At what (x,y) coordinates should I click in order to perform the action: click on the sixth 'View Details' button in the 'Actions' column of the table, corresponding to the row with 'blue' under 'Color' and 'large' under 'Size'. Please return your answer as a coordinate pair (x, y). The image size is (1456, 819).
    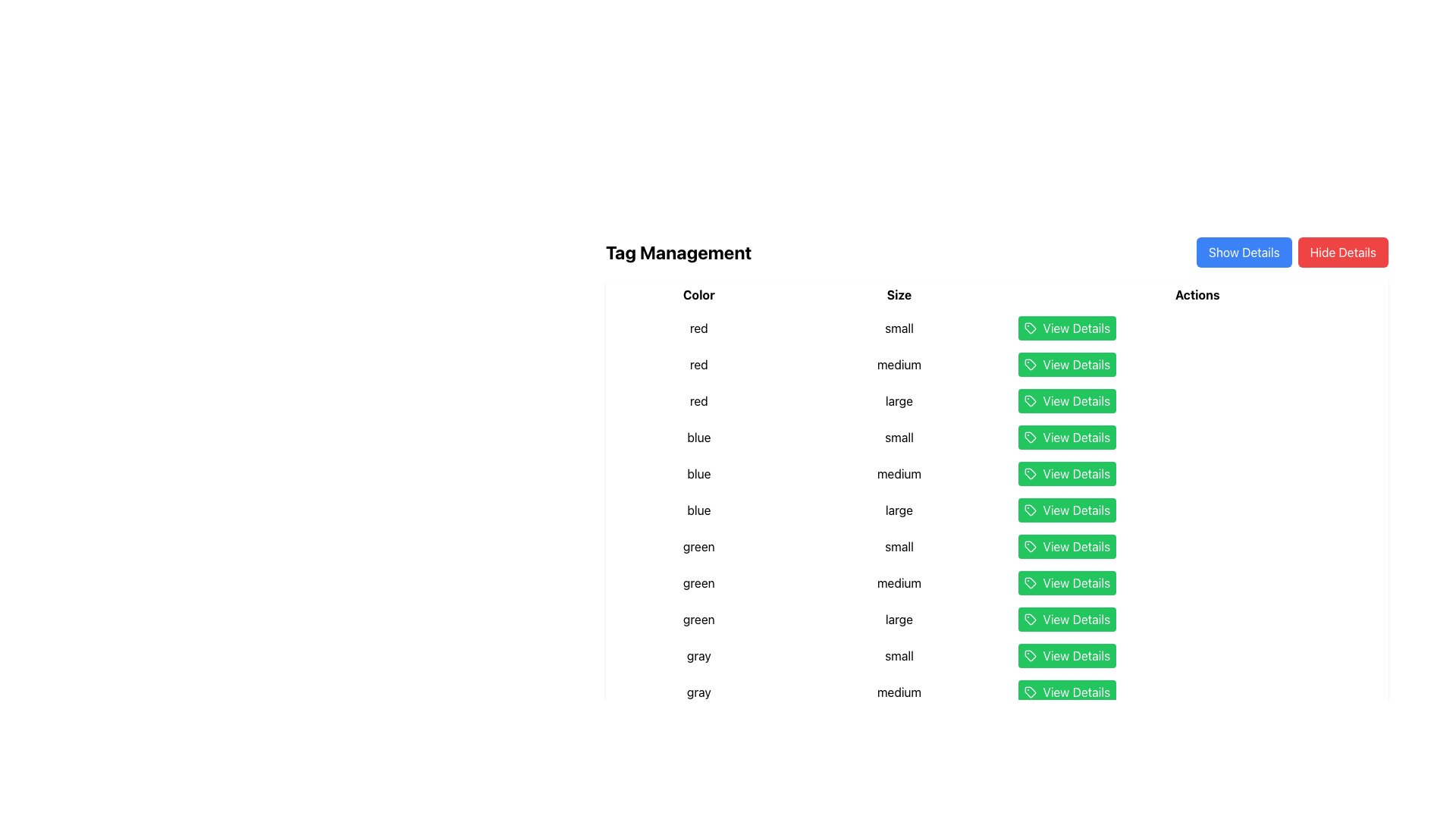
    Looking at the image, I should click on (1197, 510).